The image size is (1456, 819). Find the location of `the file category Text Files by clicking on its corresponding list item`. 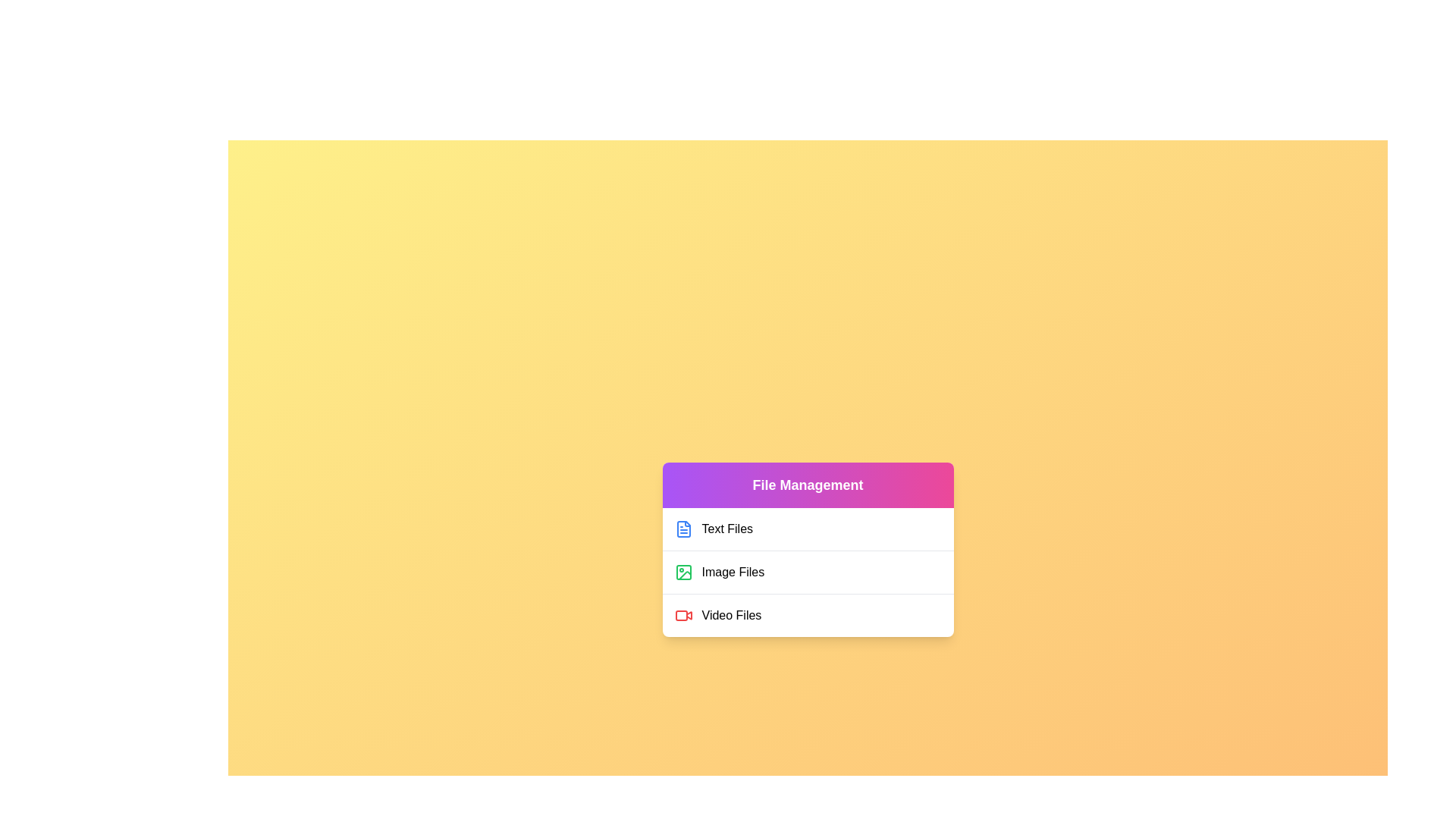

the file category Text Files by clicking on its corresponding list item is located at coordinates (807, 529).